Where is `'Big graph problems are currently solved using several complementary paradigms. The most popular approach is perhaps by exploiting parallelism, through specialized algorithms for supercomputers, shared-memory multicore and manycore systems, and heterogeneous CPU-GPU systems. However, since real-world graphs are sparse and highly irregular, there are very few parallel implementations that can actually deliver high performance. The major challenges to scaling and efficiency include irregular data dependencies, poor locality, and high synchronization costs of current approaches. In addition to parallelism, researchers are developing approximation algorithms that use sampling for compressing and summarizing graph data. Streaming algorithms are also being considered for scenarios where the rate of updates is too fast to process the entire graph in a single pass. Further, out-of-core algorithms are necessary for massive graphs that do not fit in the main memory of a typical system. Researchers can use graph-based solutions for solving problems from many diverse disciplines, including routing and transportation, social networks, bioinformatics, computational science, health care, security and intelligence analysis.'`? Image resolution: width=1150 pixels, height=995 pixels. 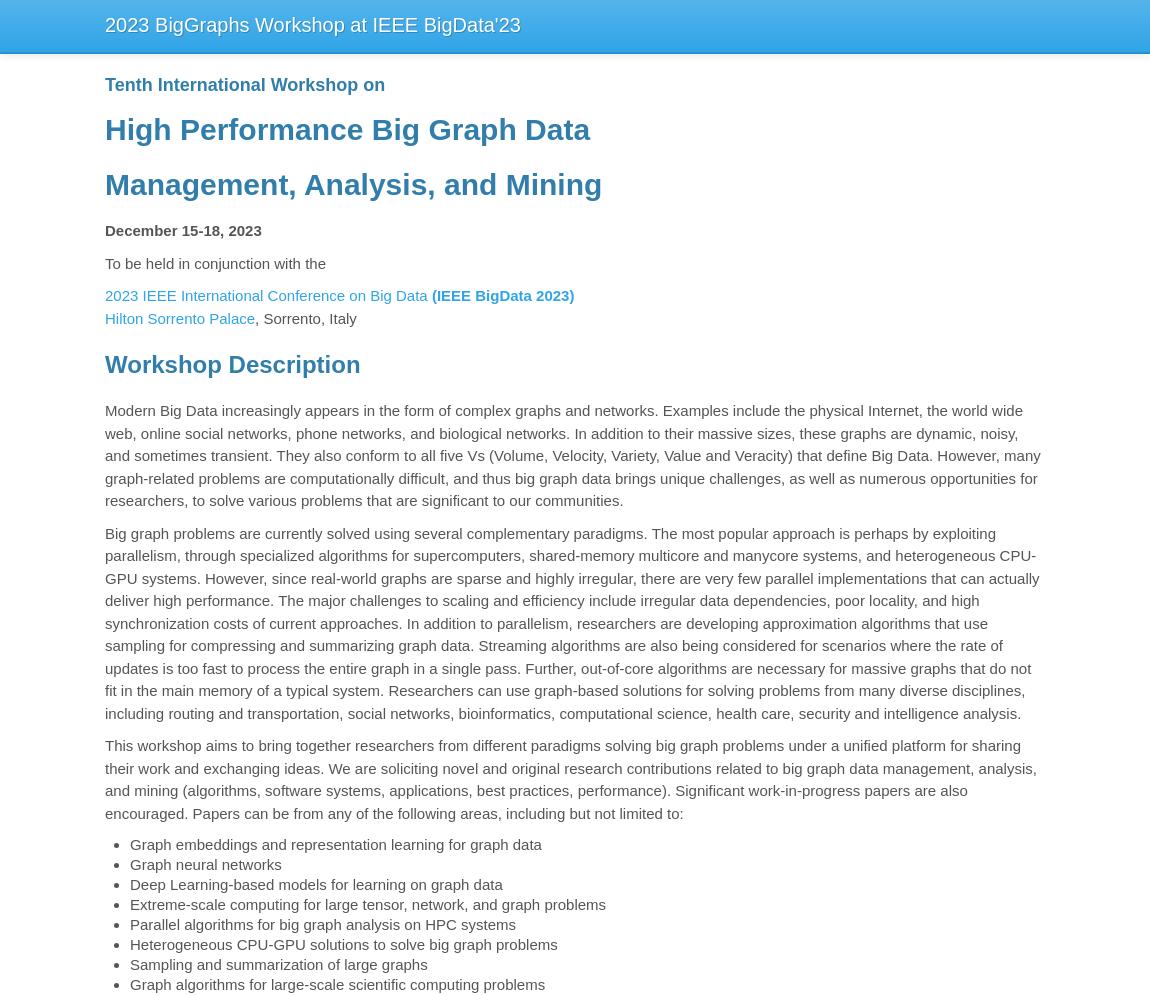 'Big graph problems are currently solved using several complementary paradigms. The most popular approach is perhaps by exploiting parallelism, through specialized algorithms for supercomputers, shared-memory multicore and manycore systems, and heterogeneous CPU-GPU systems. However, since real-world graphs are sparse and highly irregular, there are very few parallel implementations that can actually deliver high performance. The major challenges to scaling and efficiency include irregular data dependencies, poor locality, and high synchronization costs of current approaches. In addition to parallelism, researchers are developing approximation algorithms that use sampling for compressing and summarizing graph data. Streaming algorithms are also being considered for scenarios where the rate of updates is too fast to process the entire graph in a single pass. Further, out-of-core algorithms are necessary for massive graphs that do not fit in the main memory of a typical system. Researchers can use graph-based solutions for solving problems from many diverse disciplines, including routing and transportation, social networks, bioinformatics, computational science, health care, security and intelligence analysis.' is located at coordinates (572, 622).